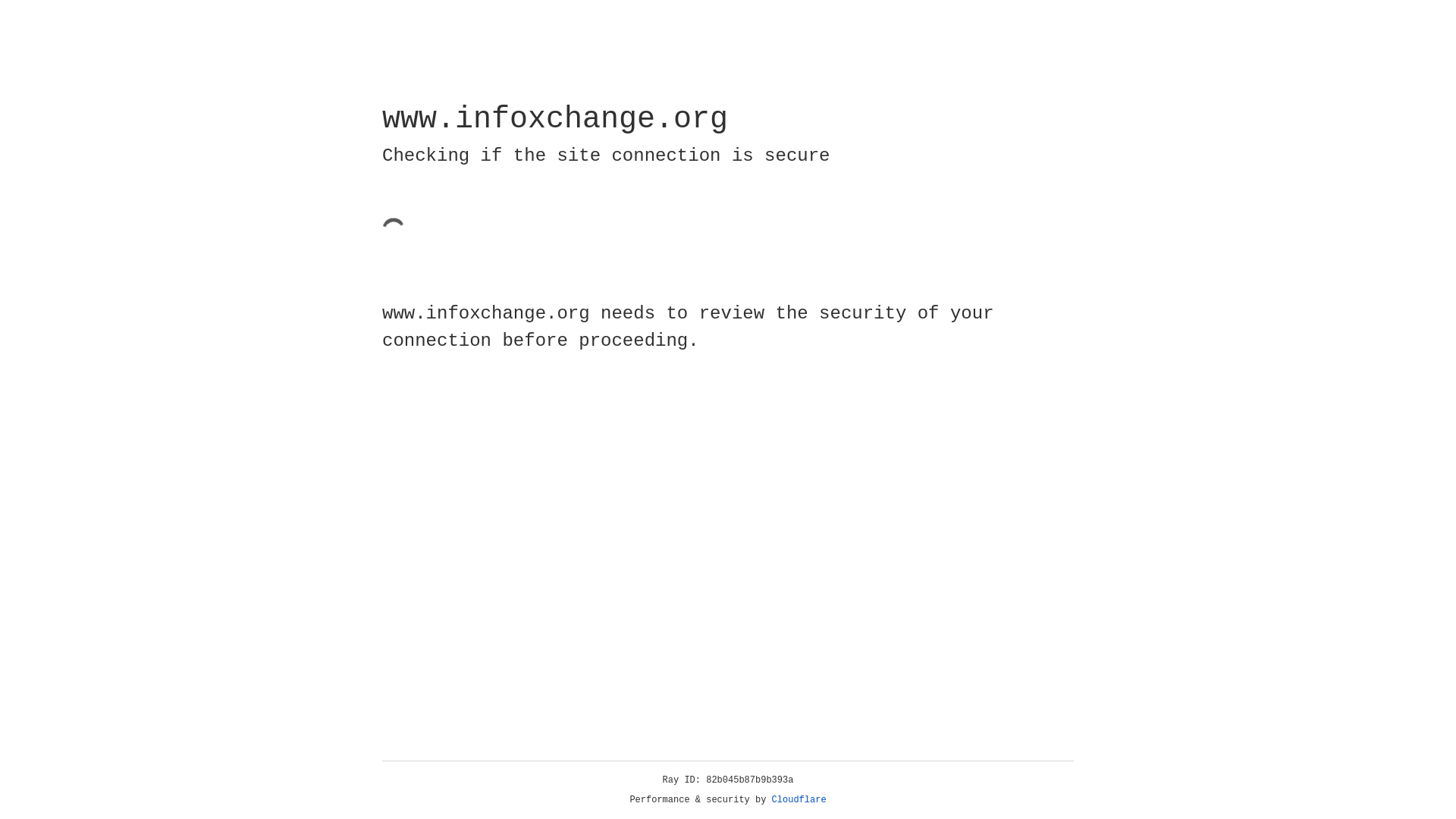  I want to click on 'Cloudflare', so click(799, 799).